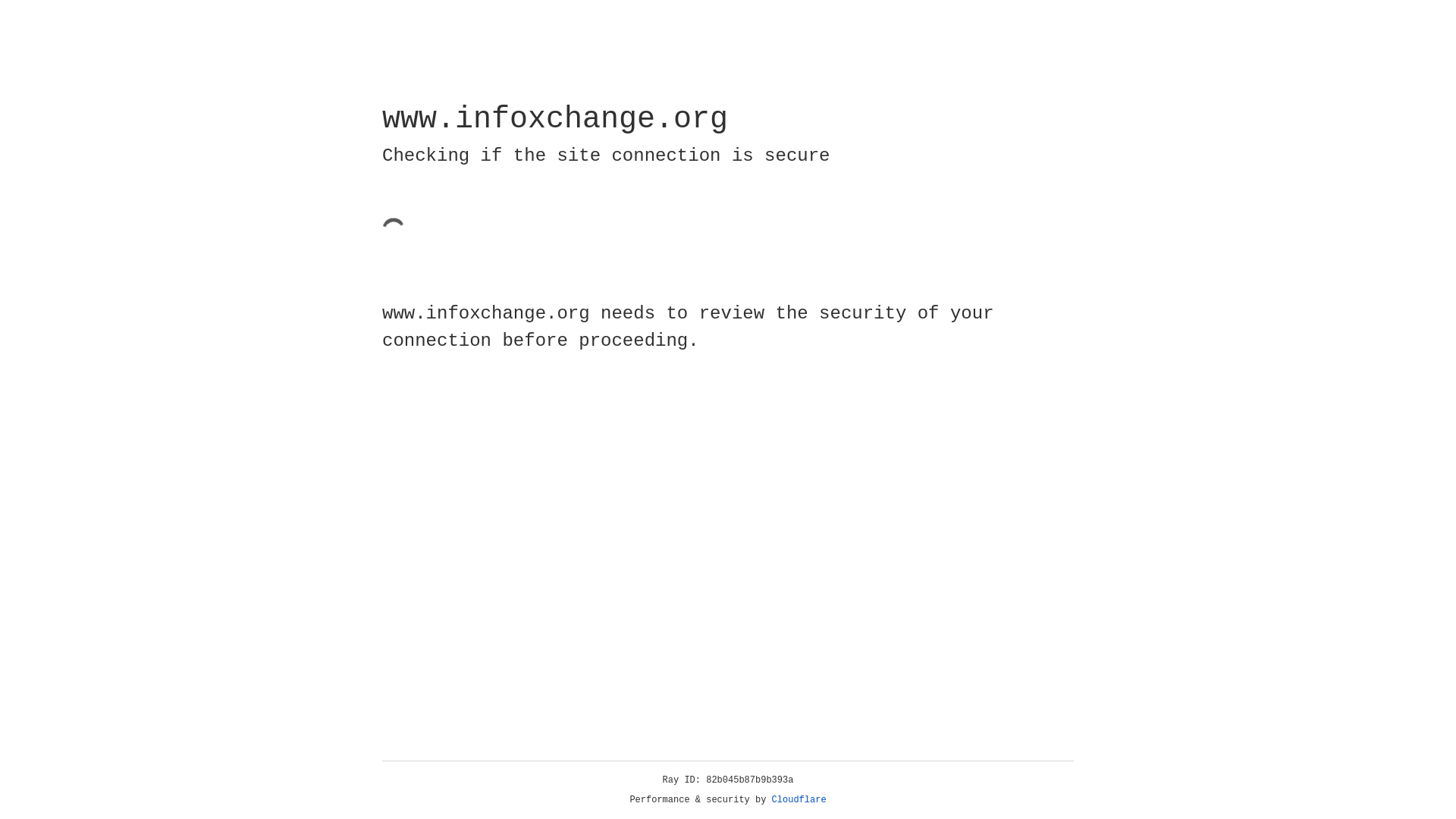  I want to click on 'Cloudflare', so click(799, 799).